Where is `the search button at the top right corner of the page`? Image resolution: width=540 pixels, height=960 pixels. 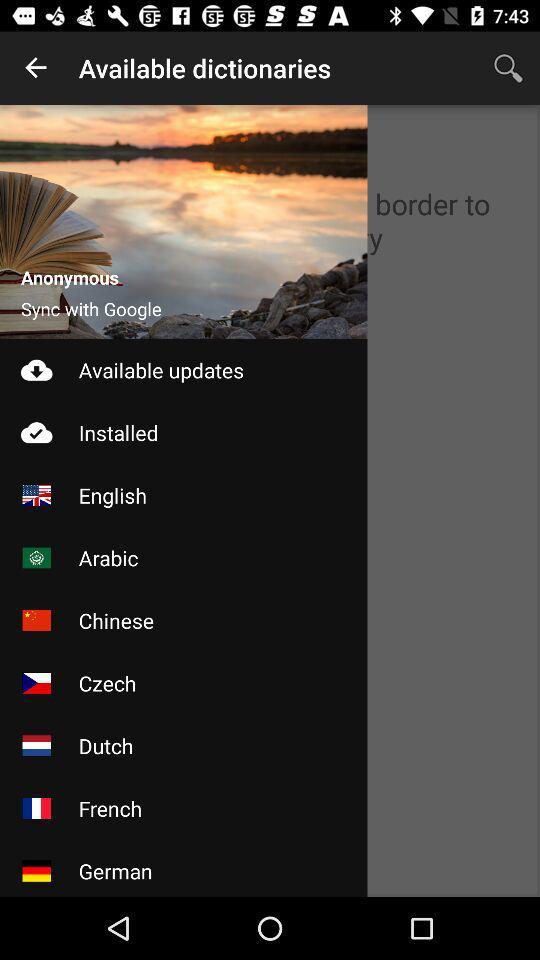 the search button at the top right corner of the page is located at coordinates (508, 68).